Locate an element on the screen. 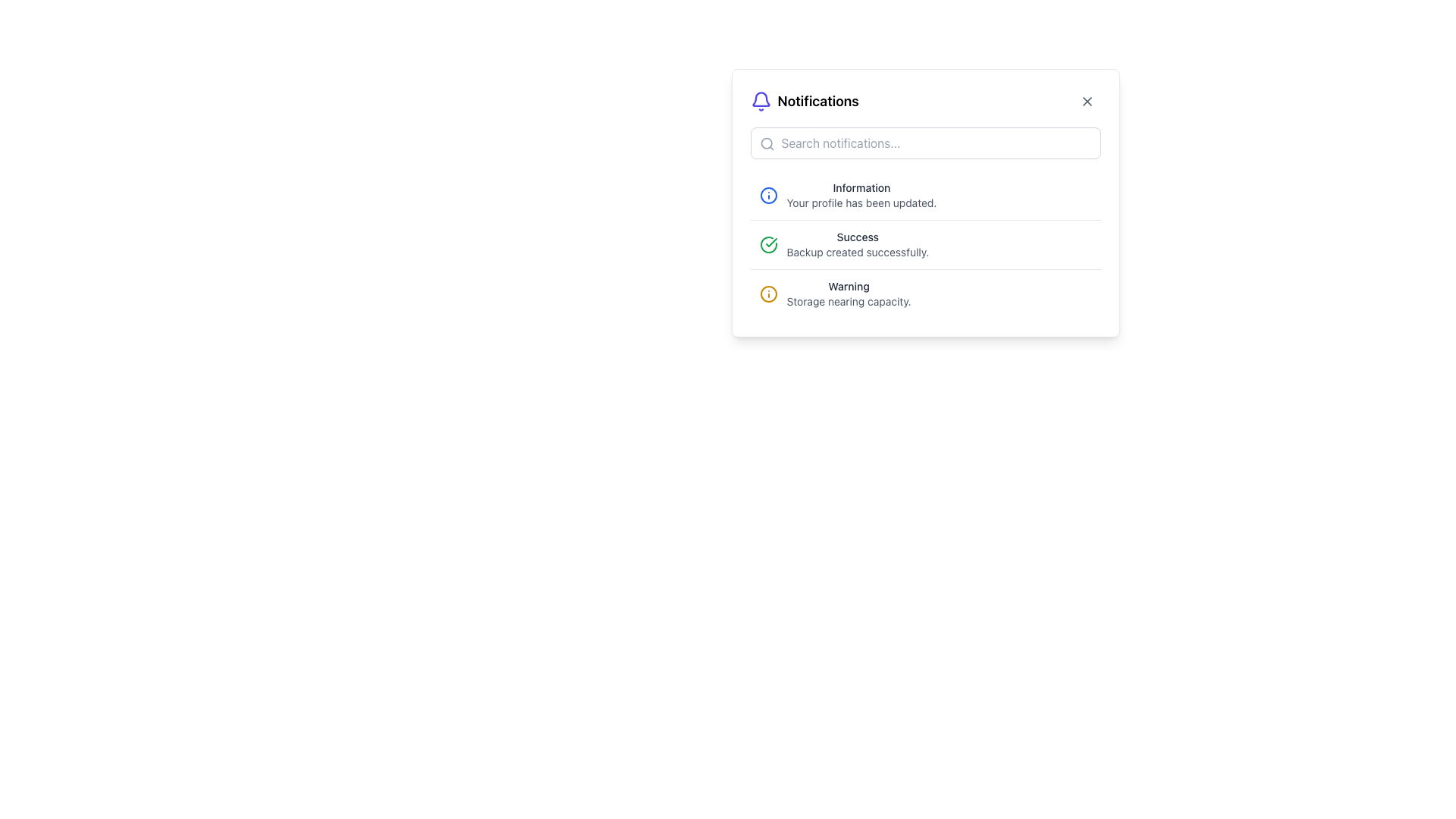 This screenshot has height=819, width=1456. the green checkmark icon within the notification item, which indicates a successful action or confirmation is located at coordinates (771, 242).